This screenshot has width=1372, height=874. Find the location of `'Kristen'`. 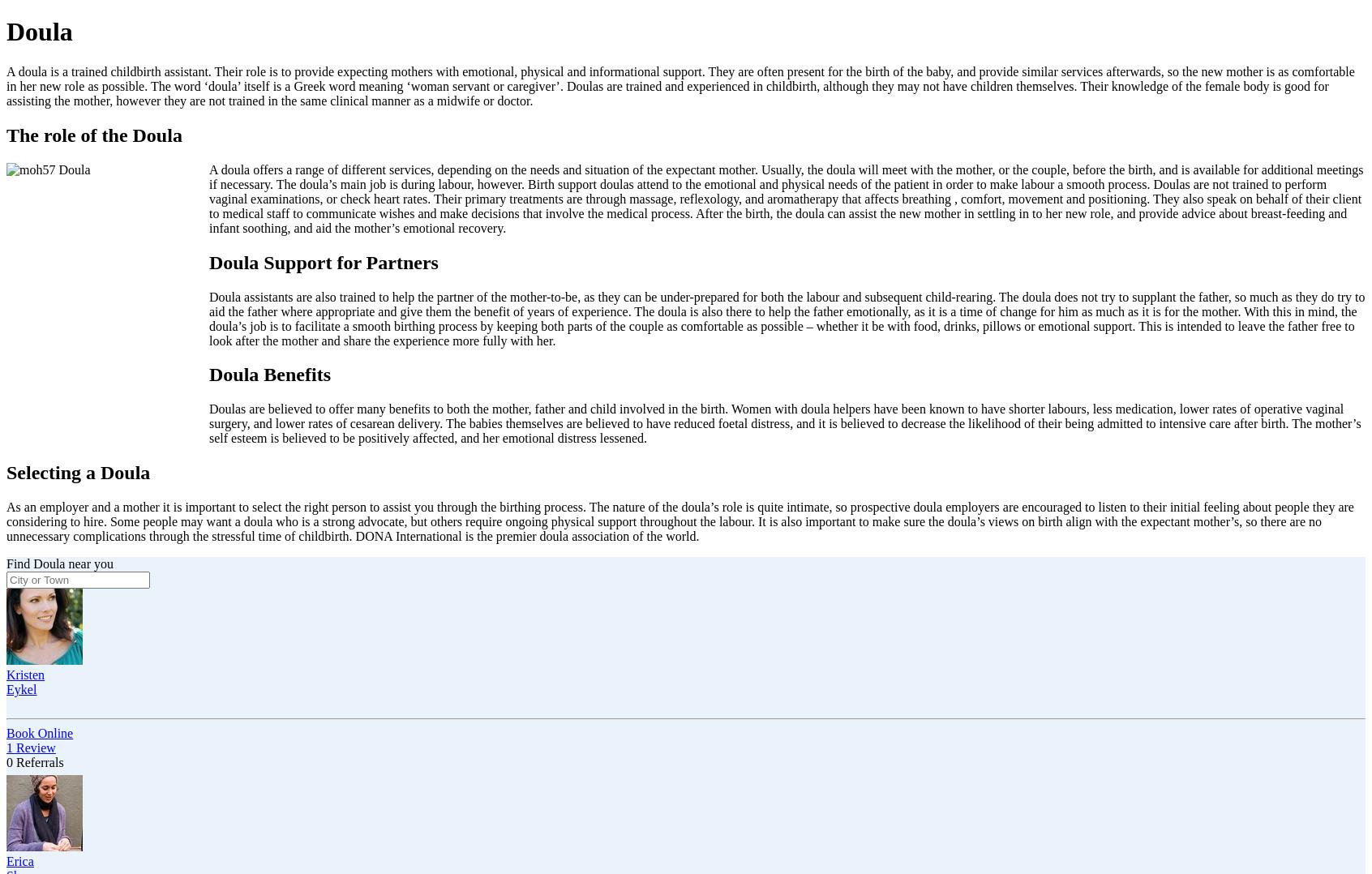

'Kristen' is located at coordinates (24, 675).